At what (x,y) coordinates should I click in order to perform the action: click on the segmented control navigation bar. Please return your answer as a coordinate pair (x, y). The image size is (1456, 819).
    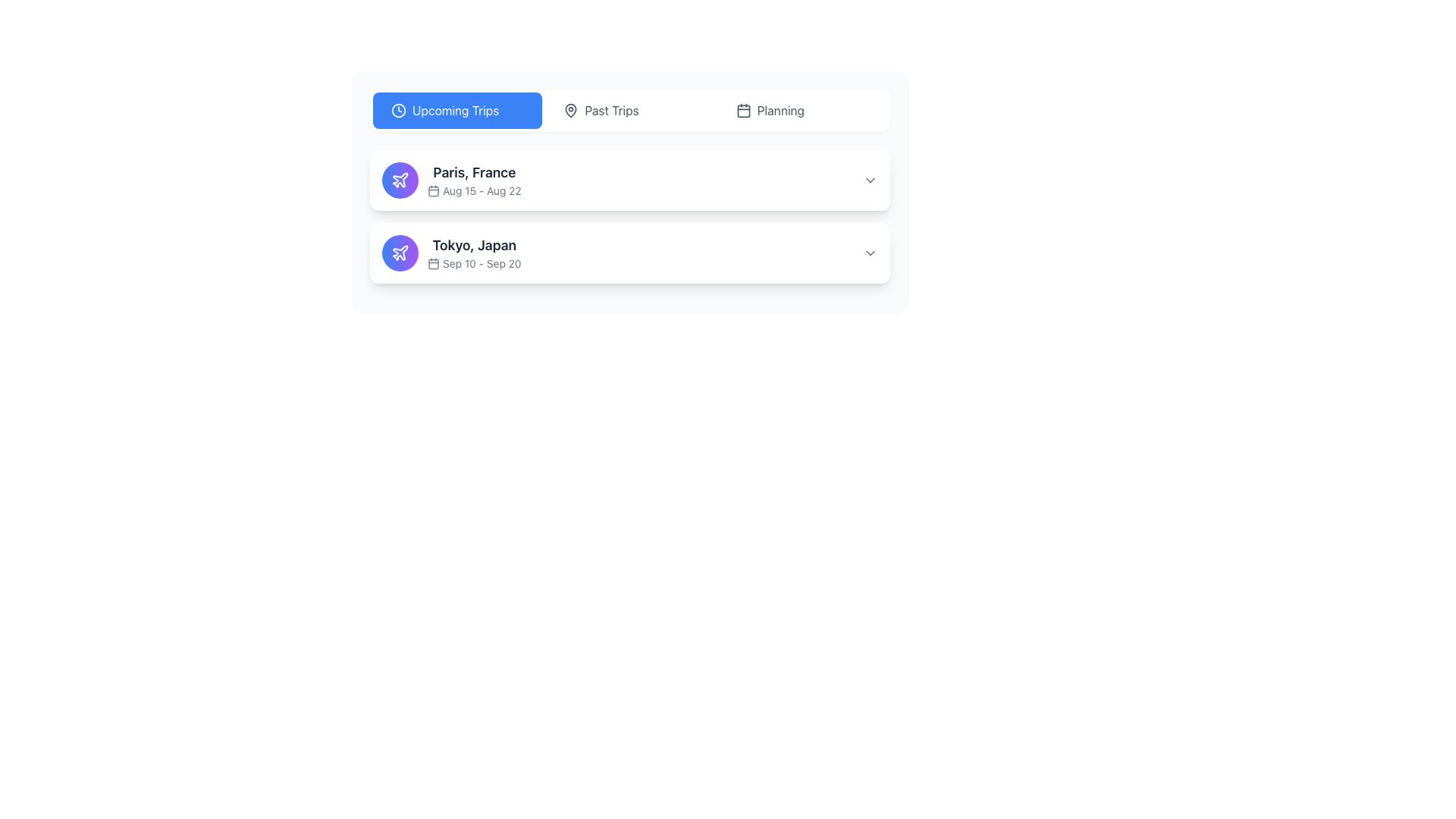
    Looking at the image, I should click on (629, 110).